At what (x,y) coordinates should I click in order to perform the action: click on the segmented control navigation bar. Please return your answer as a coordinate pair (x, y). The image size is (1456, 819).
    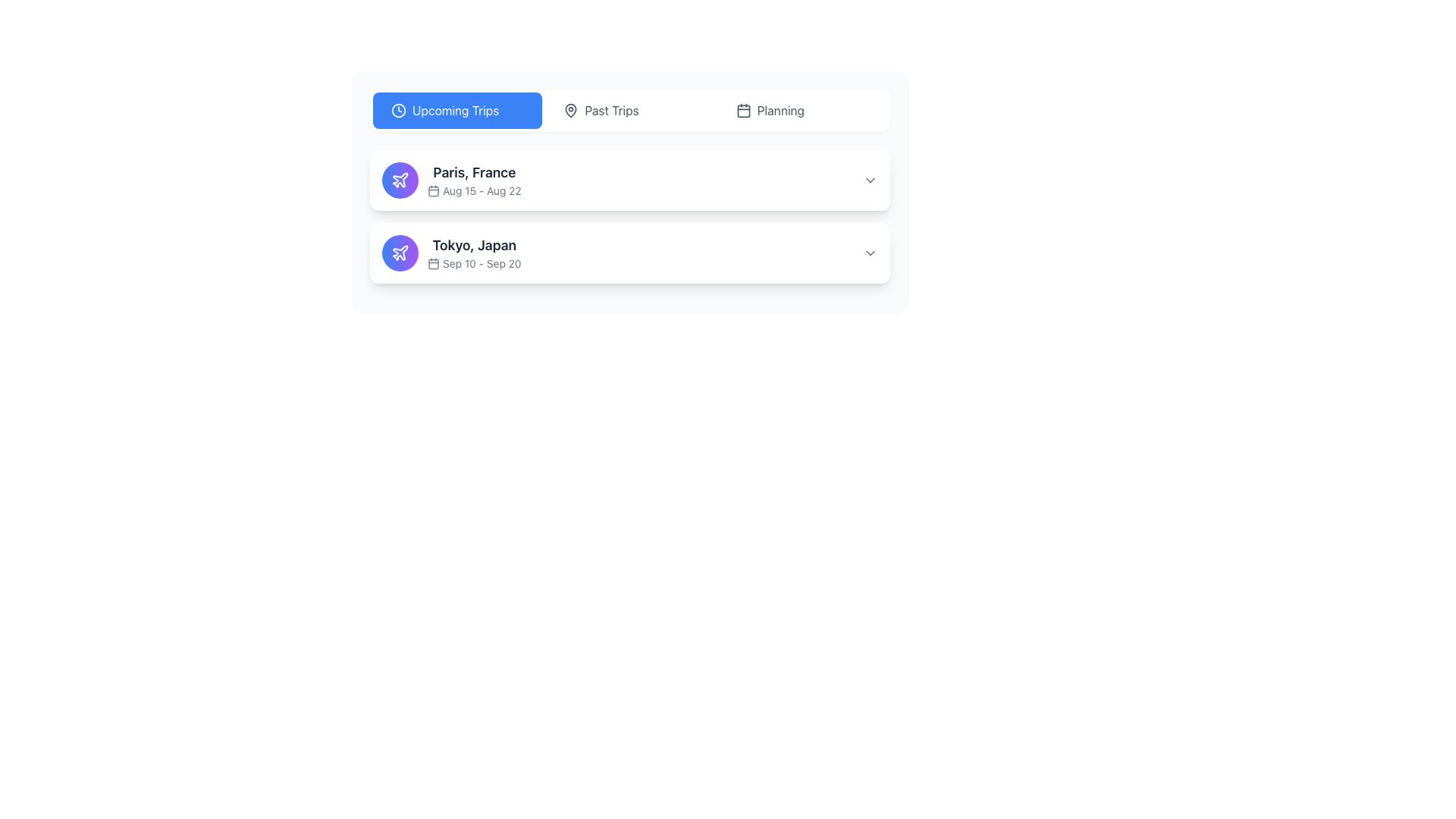
    Looking at the image, I should click on (629, 110).